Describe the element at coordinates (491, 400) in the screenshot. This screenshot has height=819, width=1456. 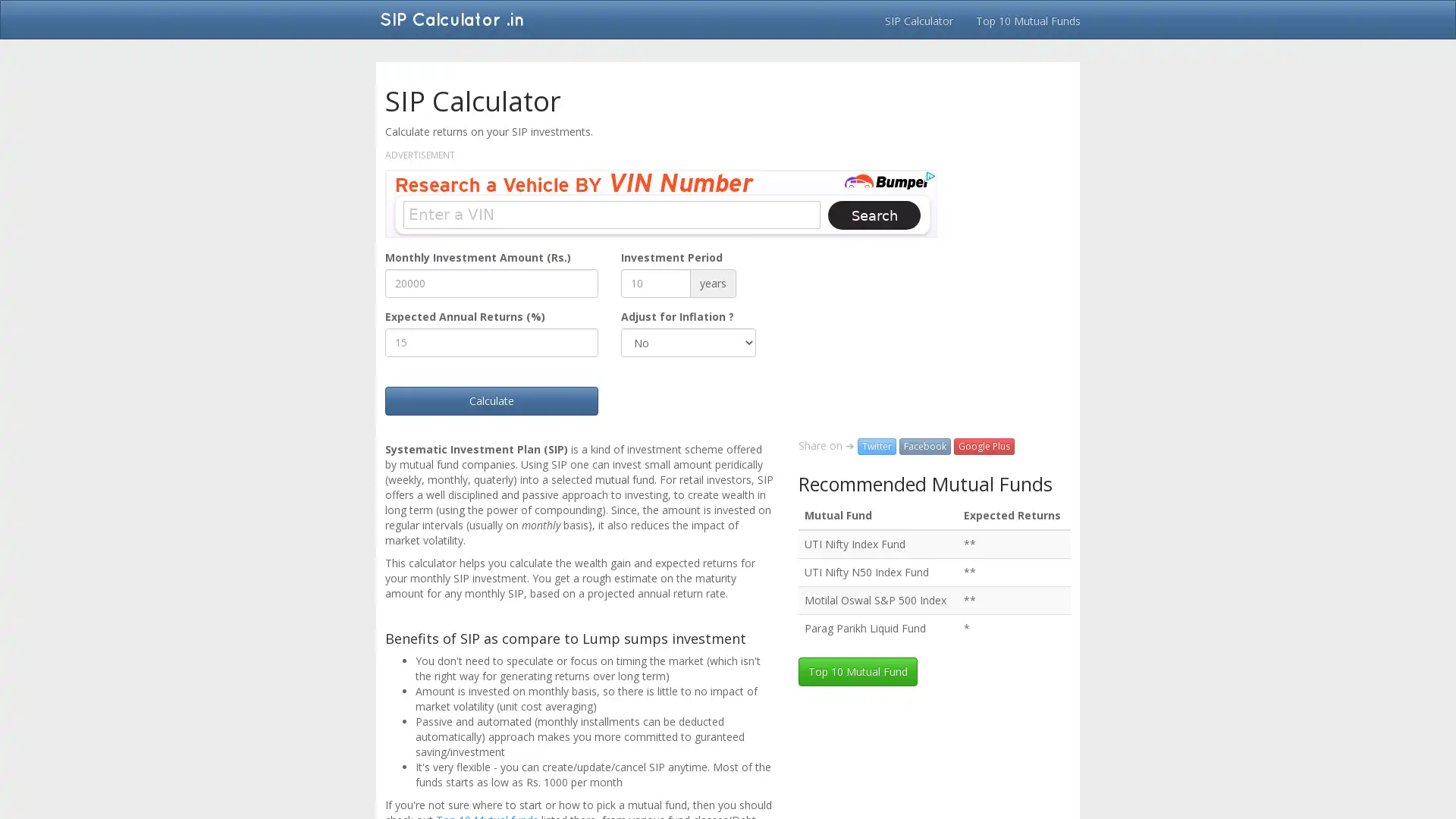
I see `Calculate` at that location.